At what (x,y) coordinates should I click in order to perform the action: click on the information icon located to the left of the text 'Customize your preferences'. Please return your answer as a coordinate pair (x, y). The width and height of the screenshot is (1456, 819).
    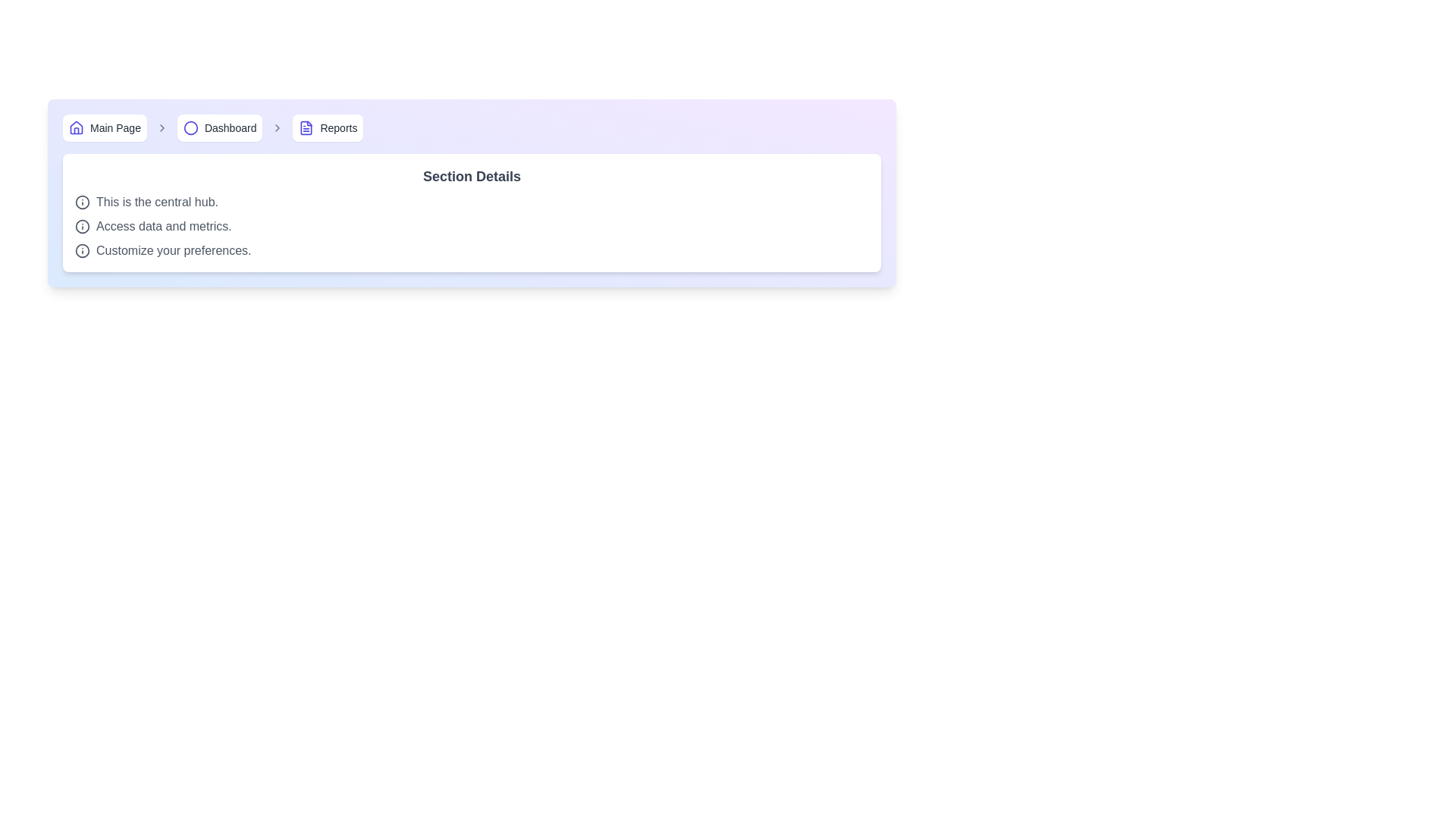
    Looking at the image, I should click on (82, 250).